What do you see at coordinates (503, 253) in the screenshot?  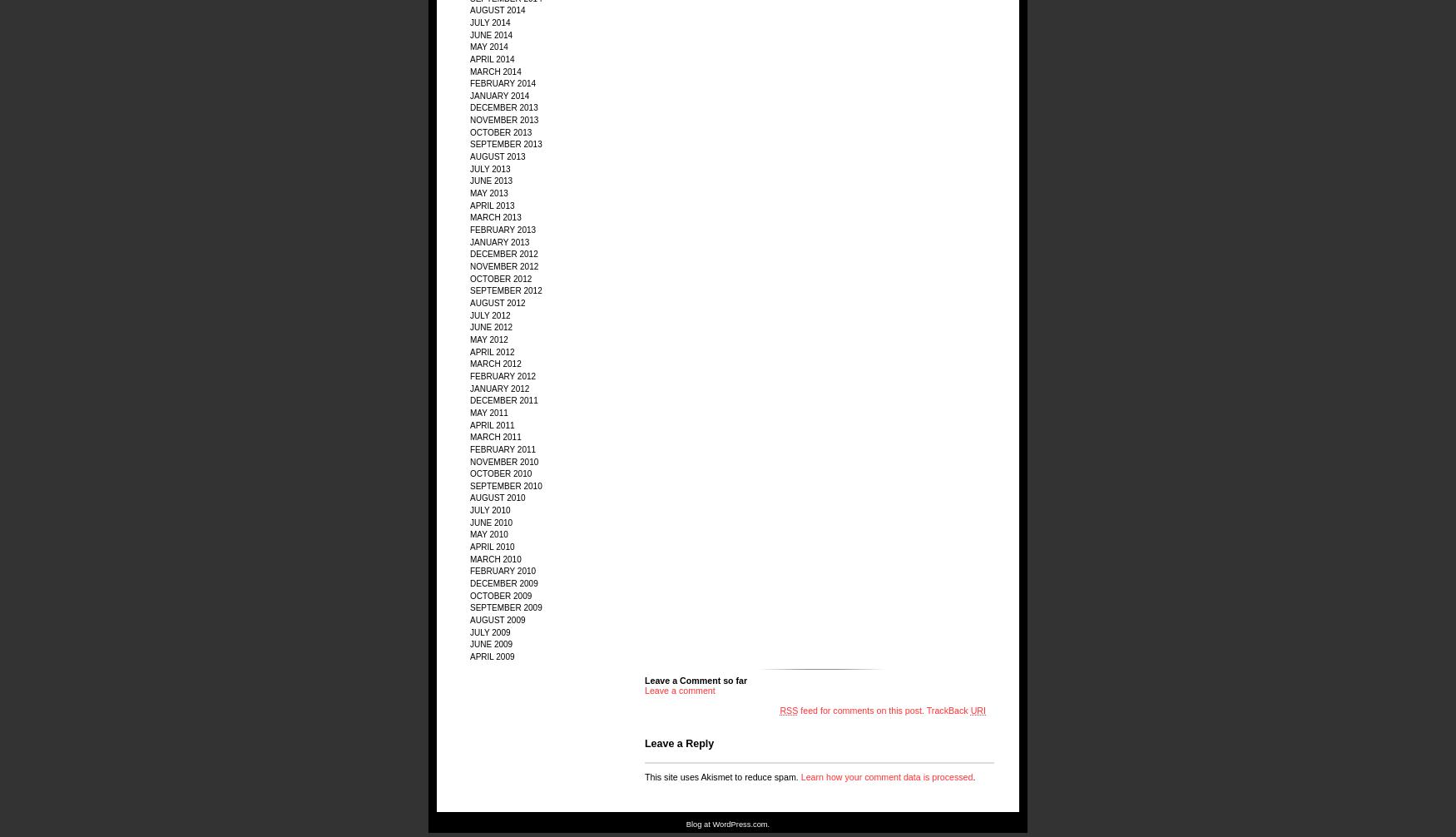 I see `'December 2012'` at bounding box center [503, 253].